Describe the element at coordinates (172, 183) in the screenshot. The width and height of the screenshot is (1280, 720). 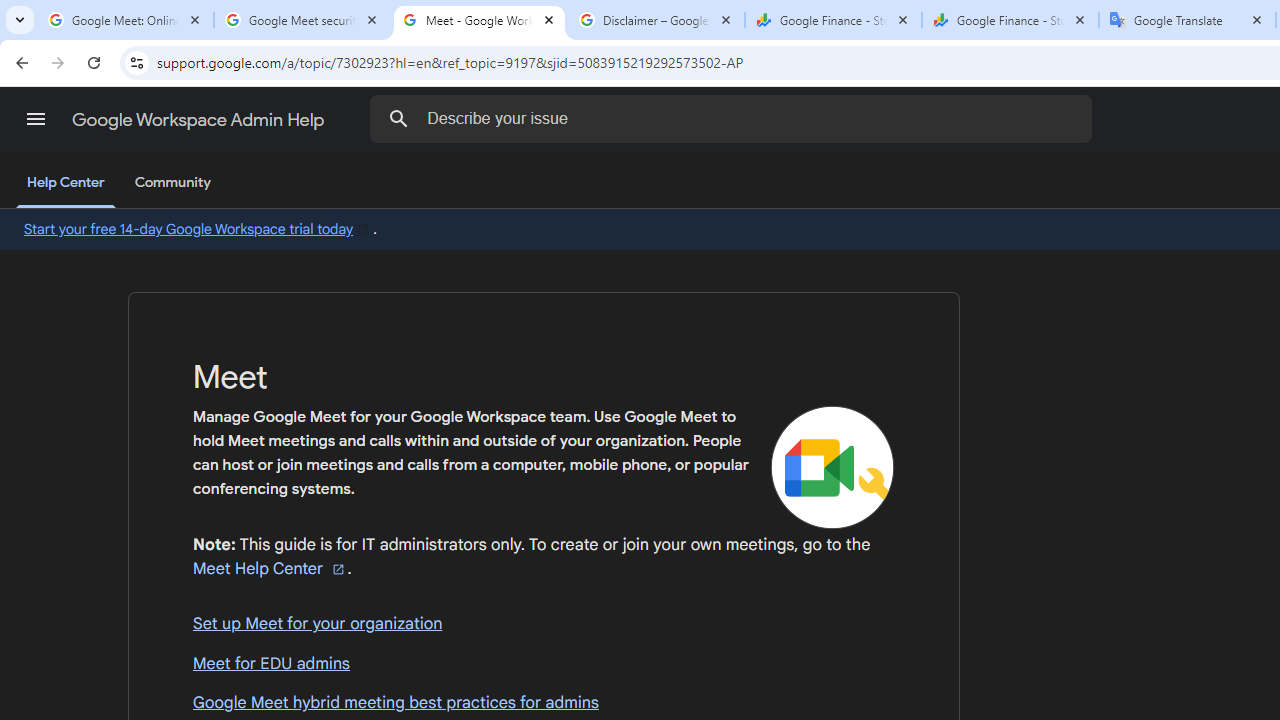
I see `'Community'` at that location.